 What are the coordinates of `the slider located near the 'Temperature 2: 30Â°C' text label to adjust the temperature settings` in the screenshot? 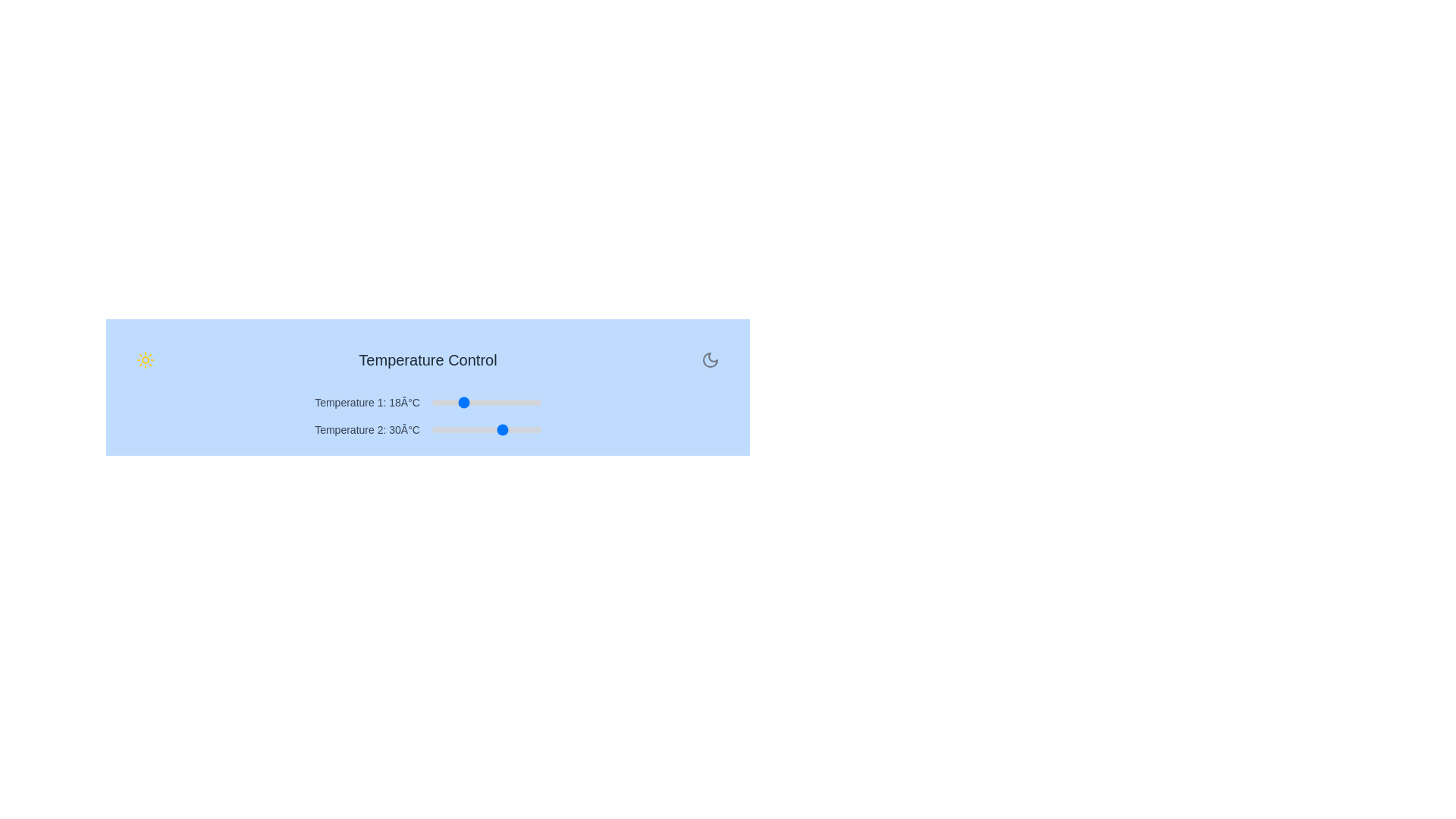 It's located at (367, 430).